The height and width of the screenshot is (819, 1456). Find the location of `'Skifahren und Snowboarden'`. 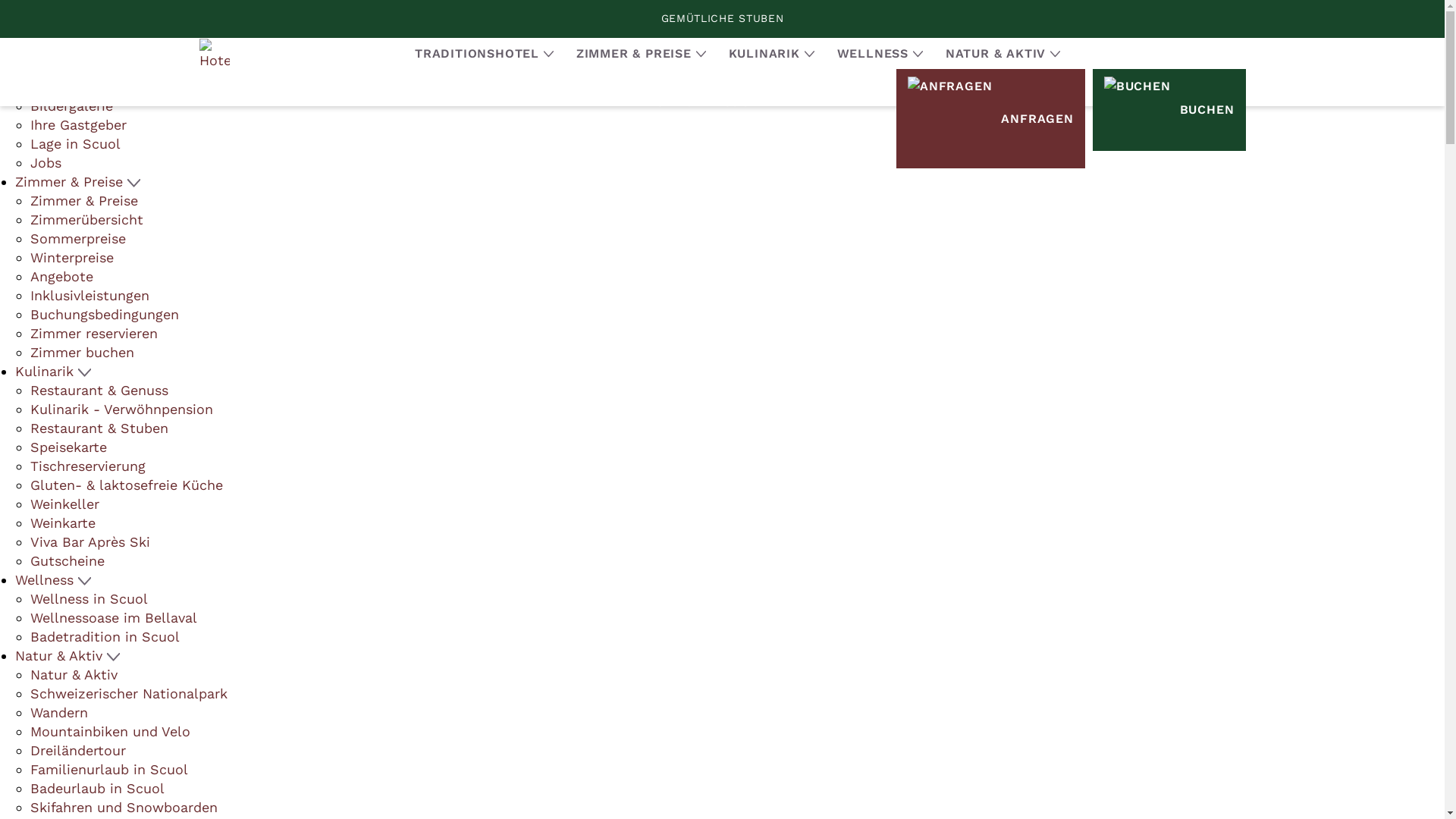

'Skifahren und Snowboarden' is located at coordinates (124, 806).